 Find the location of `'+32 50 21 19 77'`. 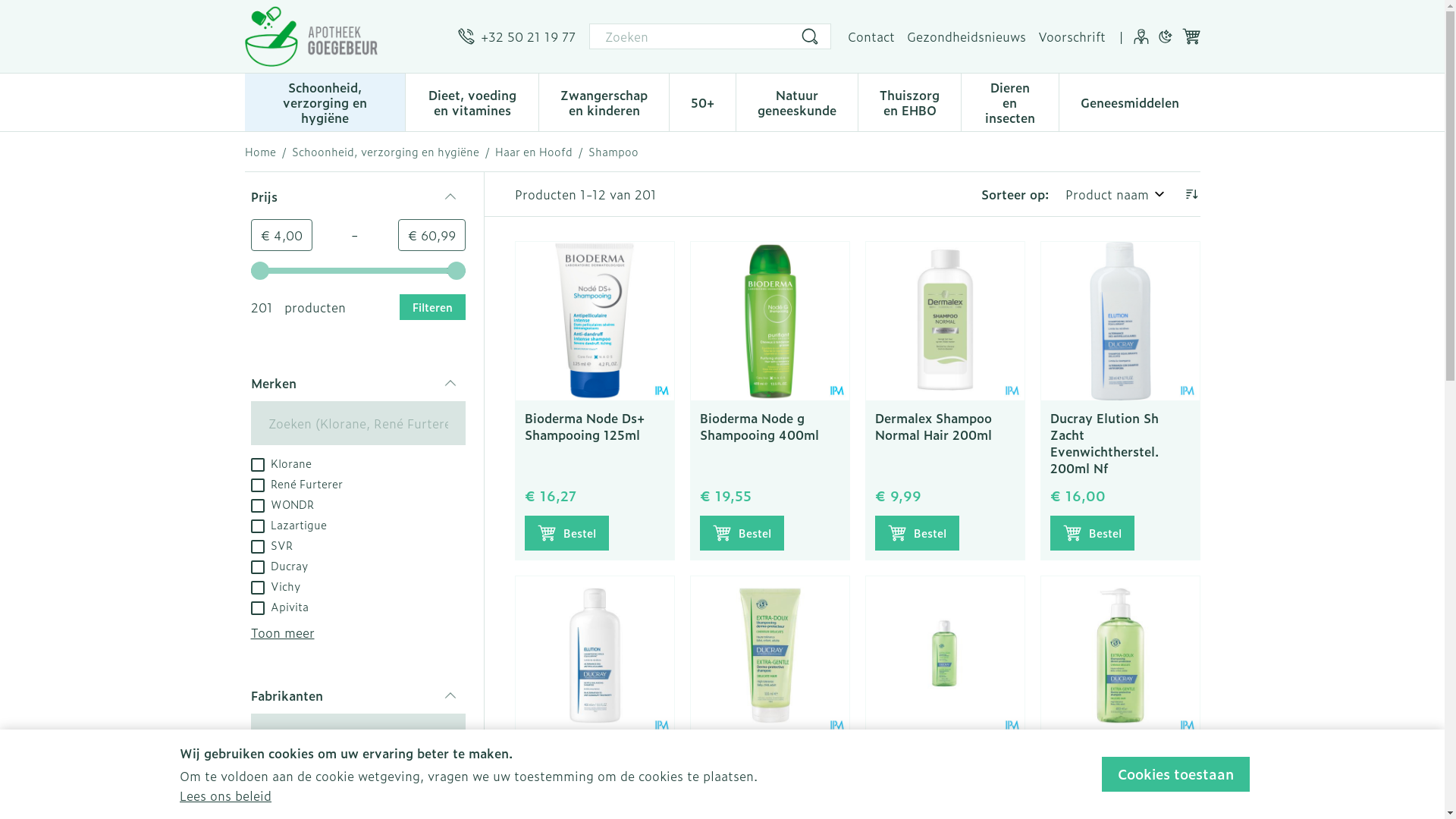

'+32 50 21 19 77' is located at coordinates (516, 35).